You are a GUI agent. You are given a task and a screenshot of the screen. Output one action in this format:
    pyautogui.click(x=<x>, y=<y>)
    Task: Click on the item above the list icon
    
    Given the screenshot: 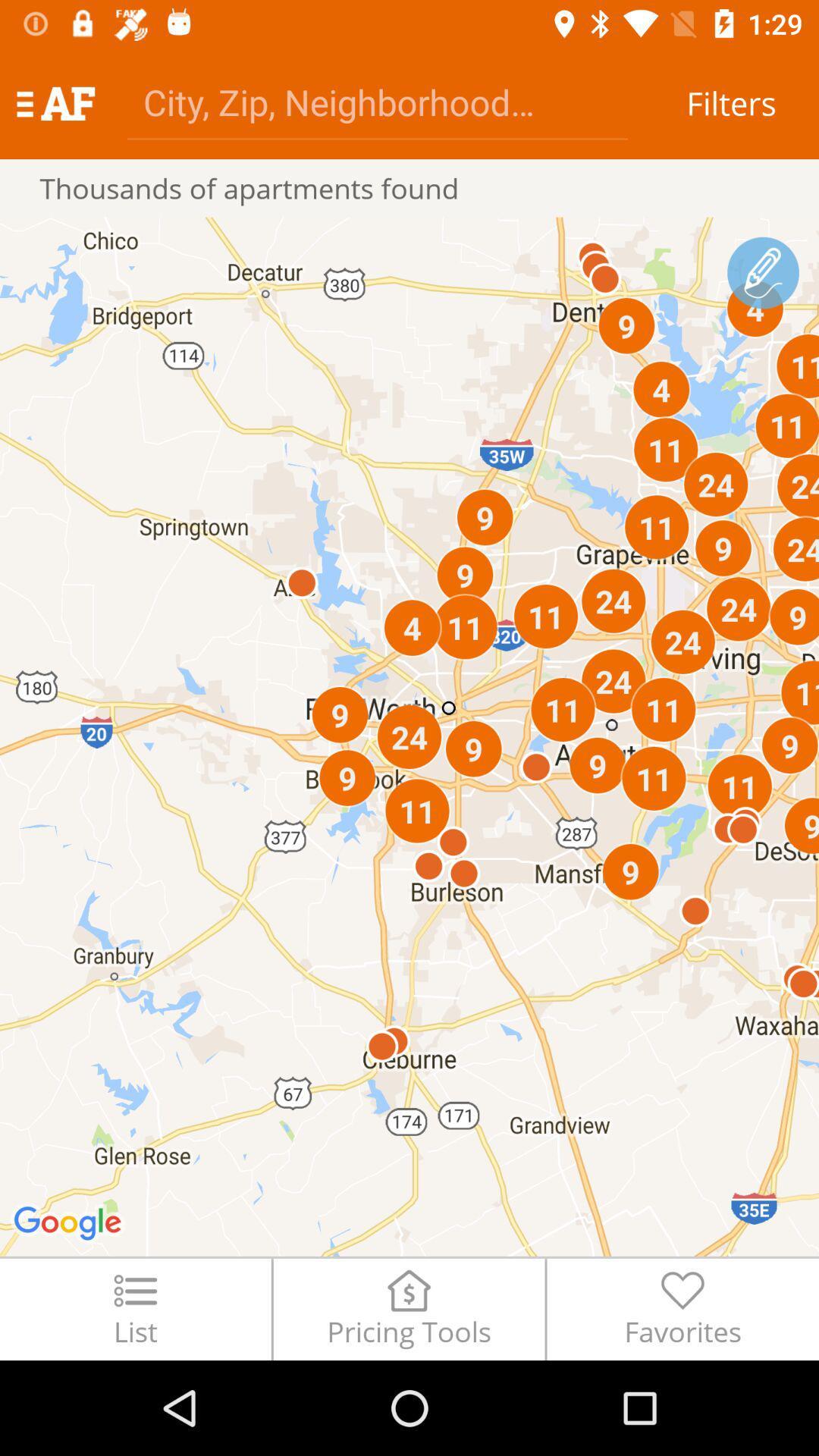 What is the action you would take?
    pyautogui.click(x=409, y=736)
    